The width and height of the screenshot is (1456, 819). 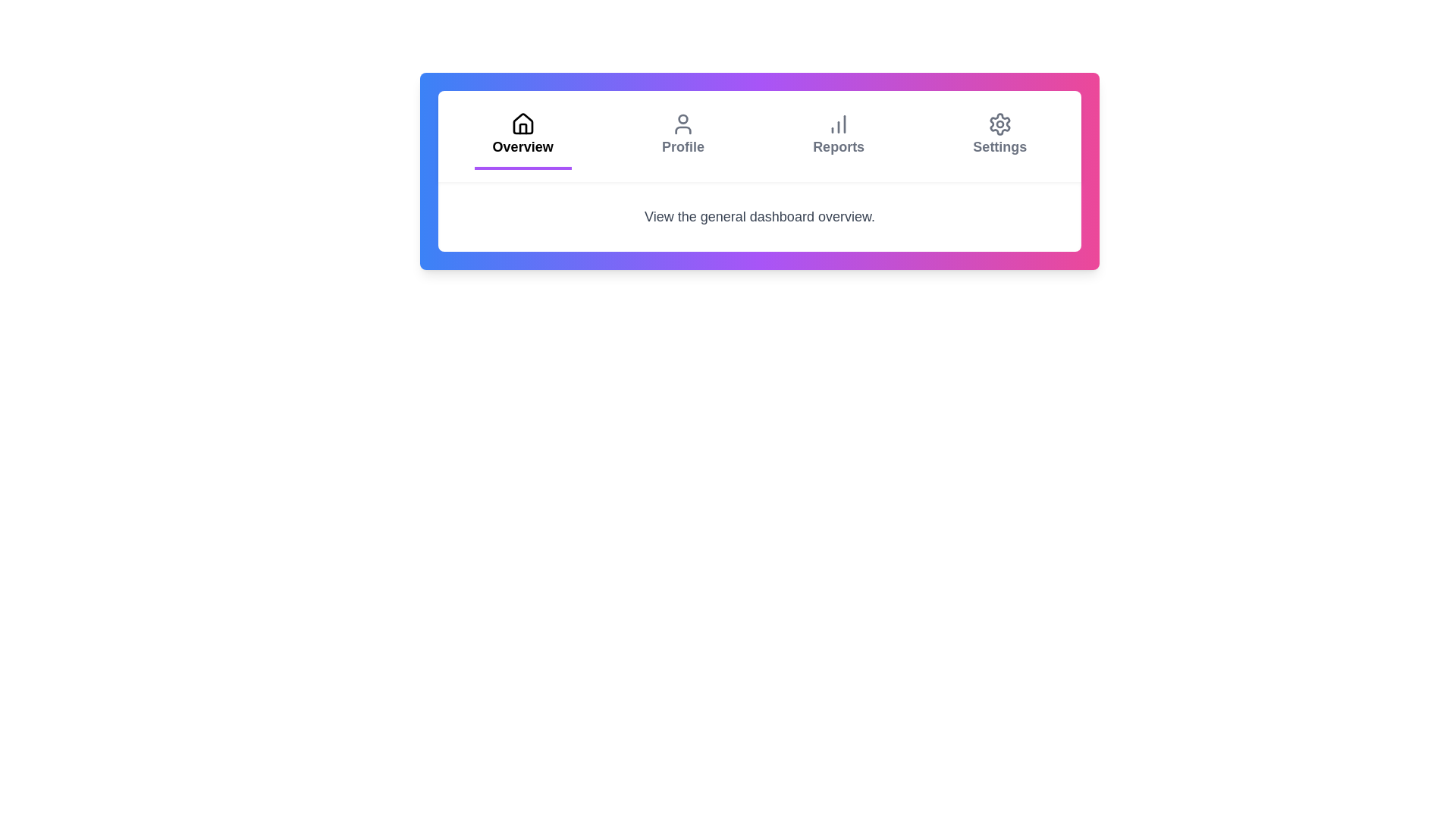 What do you see at coordinates (682, 136) in the screenshot?
I see `the 'Profile' button, which features a centered user icon above the text label 'Profile'` at bounding box center [682, 136].